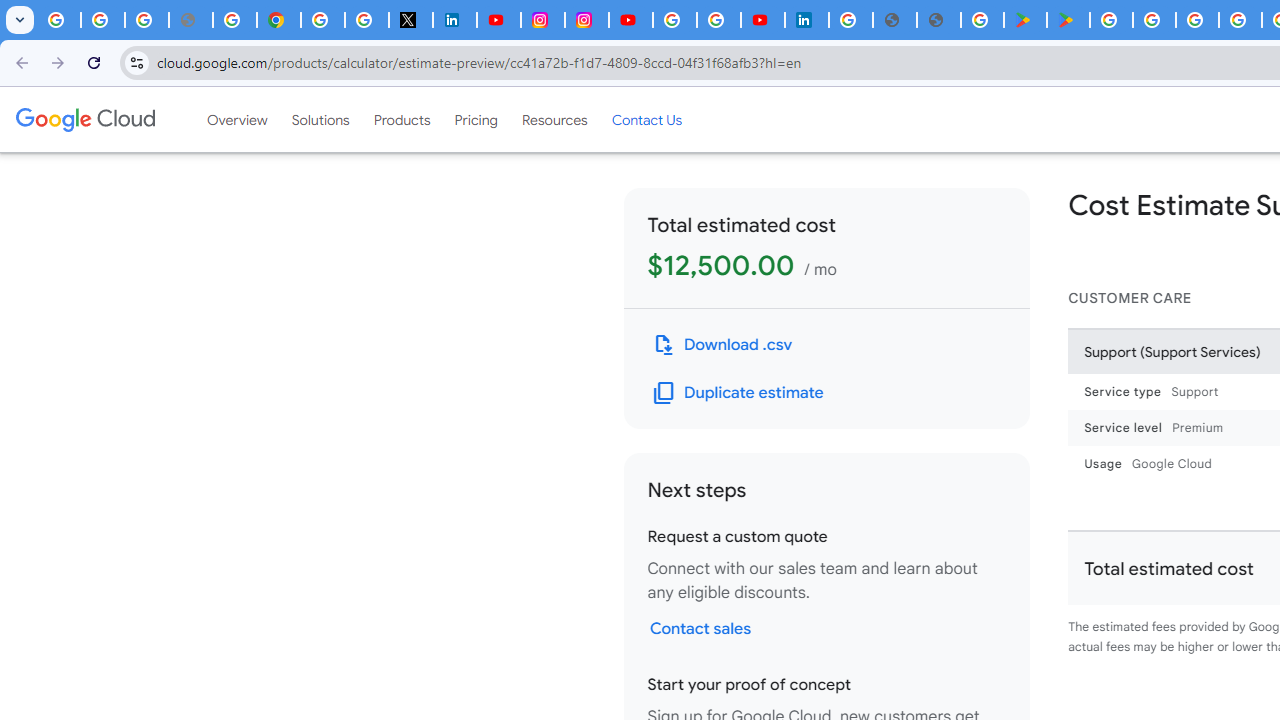 This screenshot has width=1280, height=720. Describe the element at coordinates (700, 627) in the screenshot. I see `'Contact sales'` at that location.